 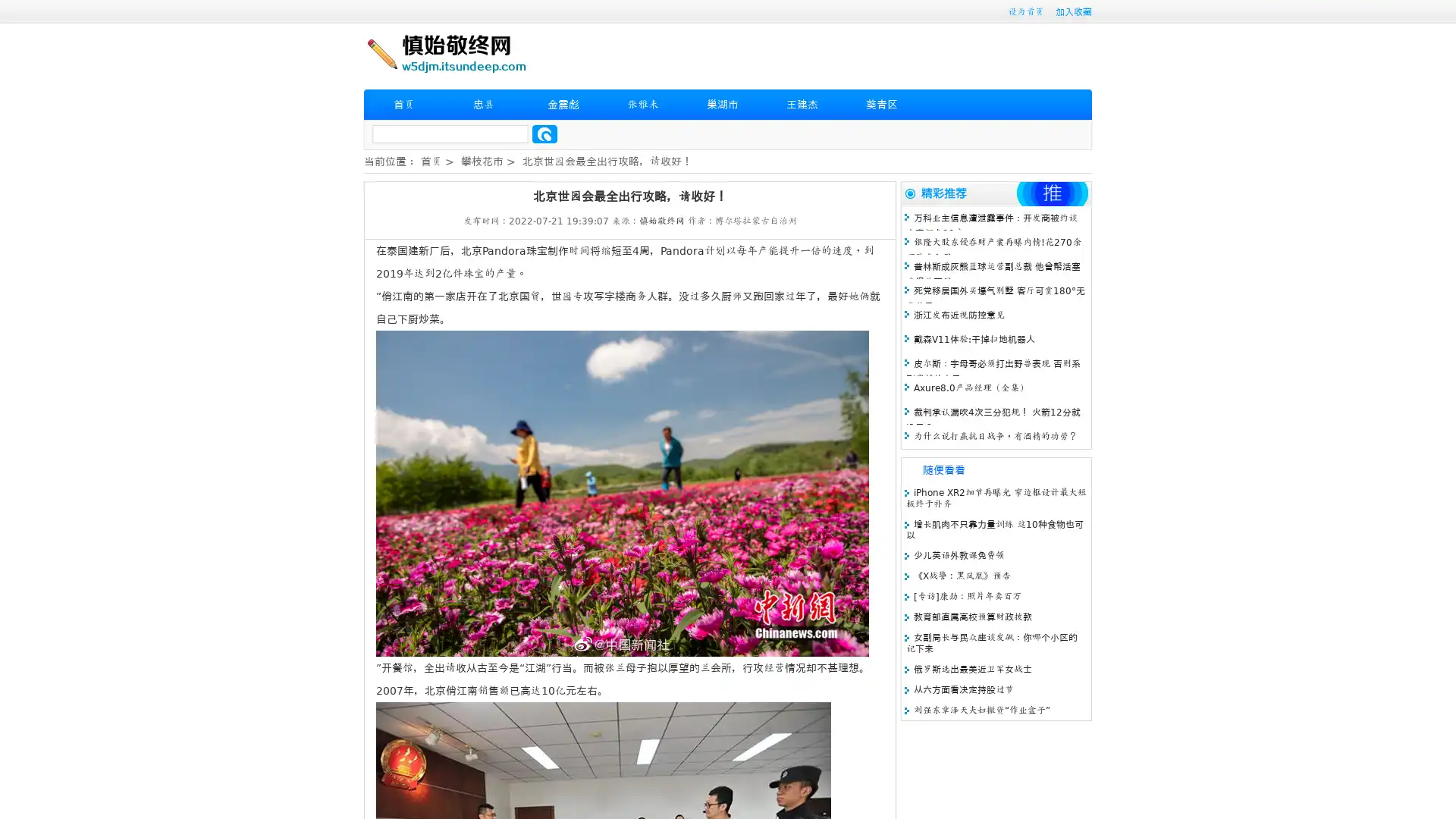 What do you see at coordinates (544, 133) in the screenshot?
I see `Search` at bounding box center [544, 133].